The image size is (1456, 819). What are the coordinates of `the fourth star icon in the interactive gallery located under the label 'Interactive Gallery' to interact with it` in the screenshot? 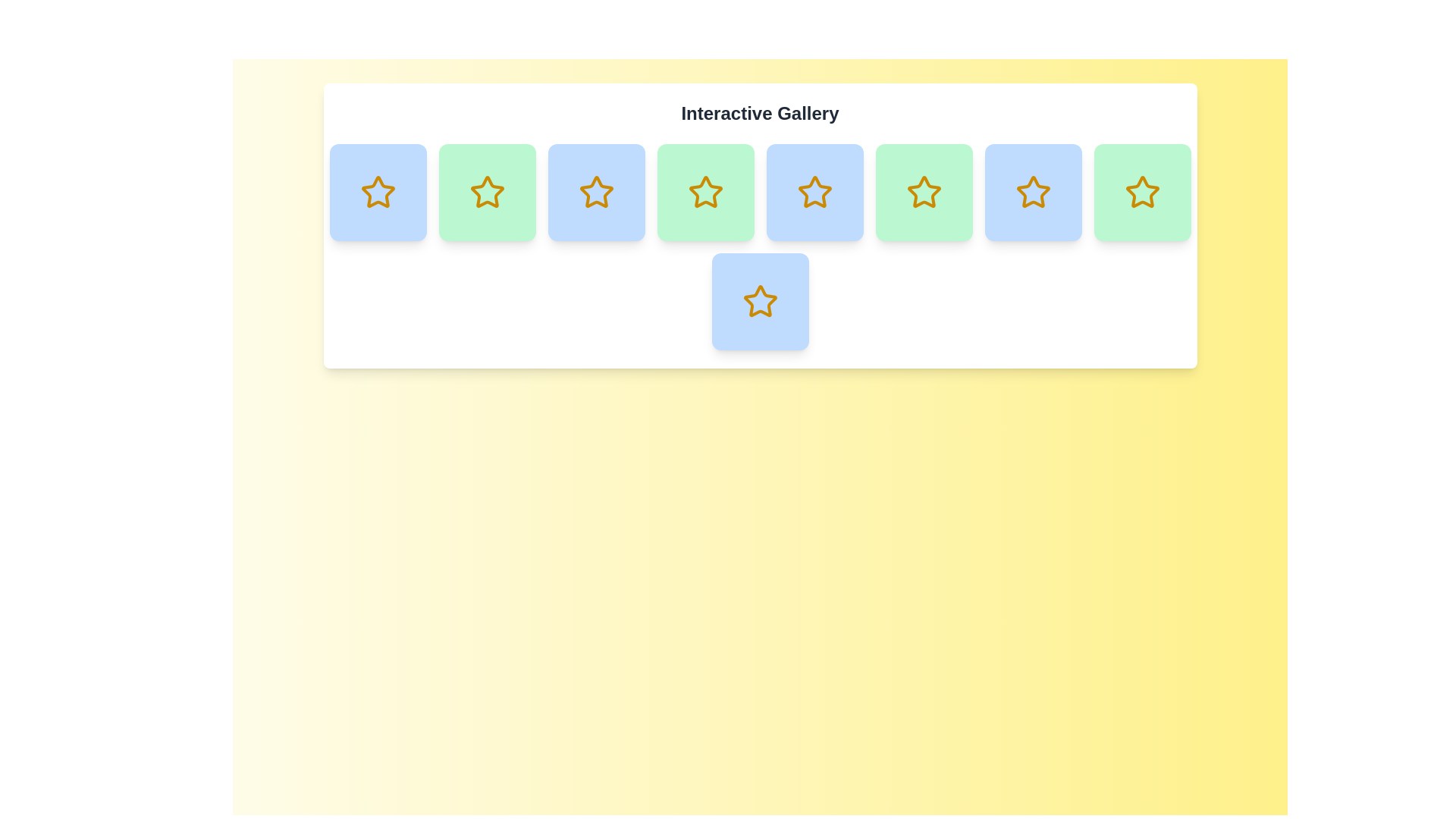 It's located at (814, 192).